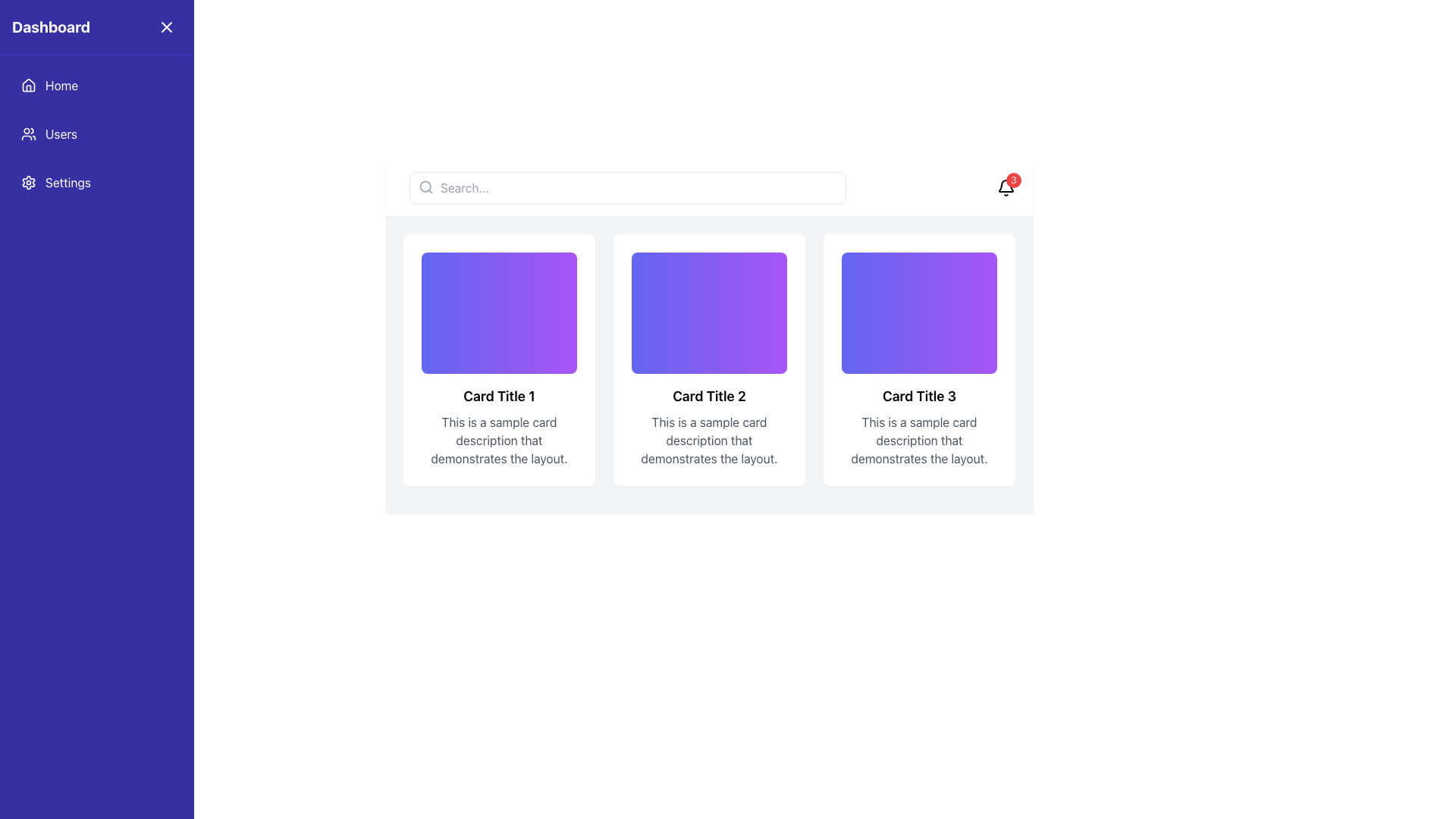  What do you see at coordinates (61, 85) in the screenshot?
I see `the 'Home' text label located in the vertical navigation sidebar` at bounding box center [61, 85].